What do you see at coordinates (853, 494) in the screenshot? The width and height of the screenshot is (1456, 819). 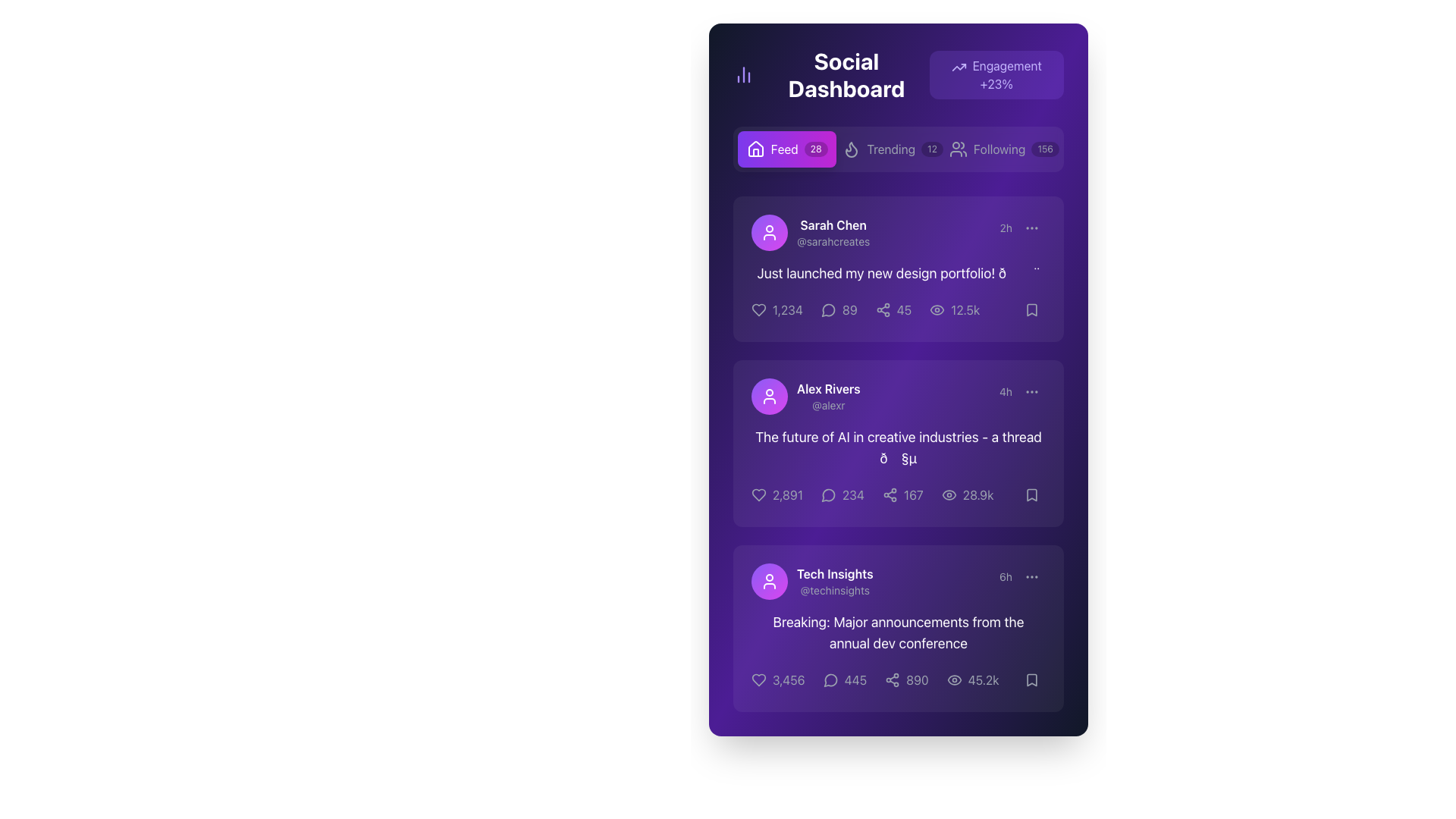 I see `the numeric text label displaying '234' in a light-colored sans-serif font on a purple background, located in the second post card of a vertical list of posts, to the right of the speech bubble icon` at bounding box center [853, 494].